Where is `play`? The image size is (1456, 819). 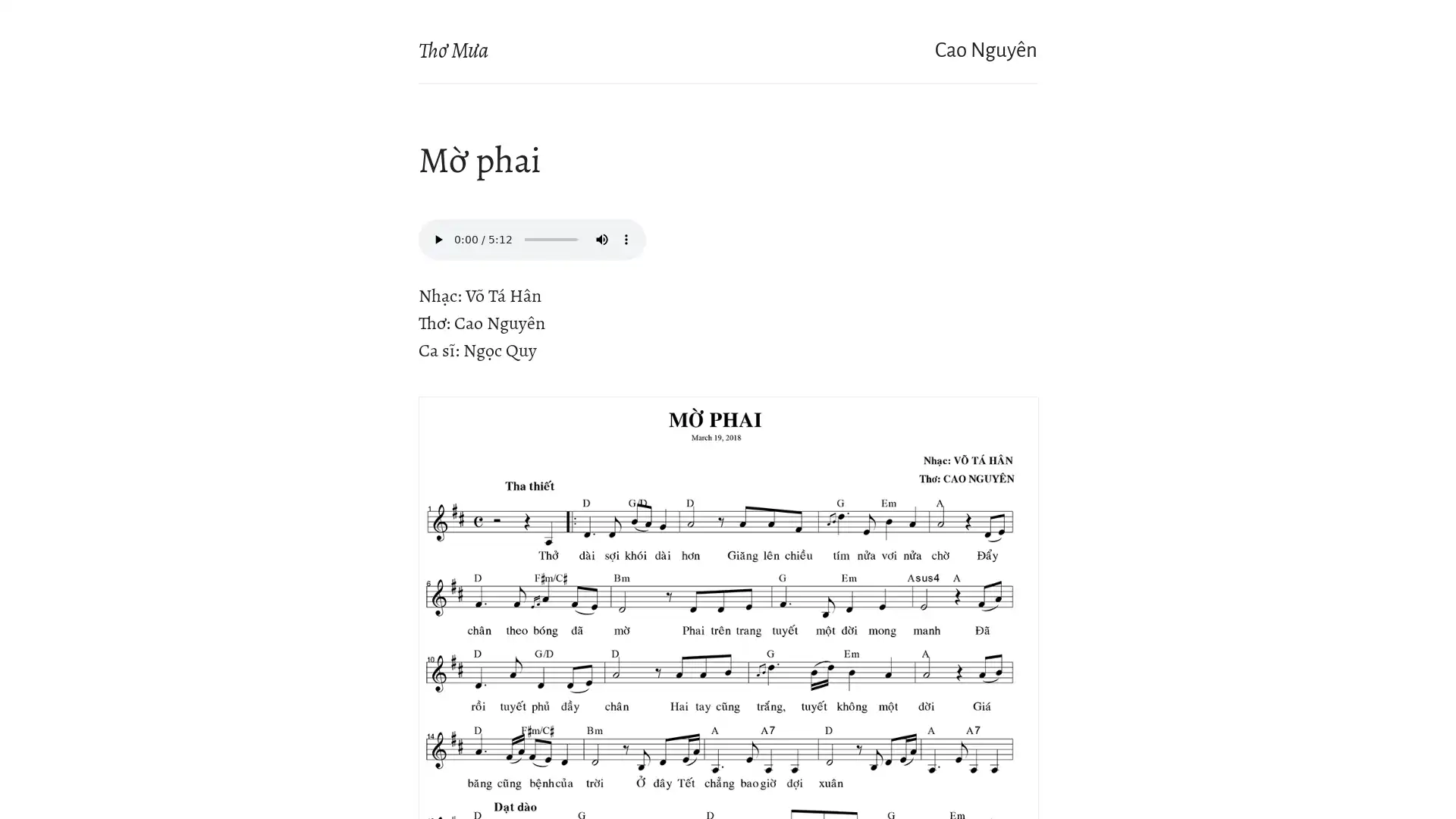
play is located at coordinates (437, 239).